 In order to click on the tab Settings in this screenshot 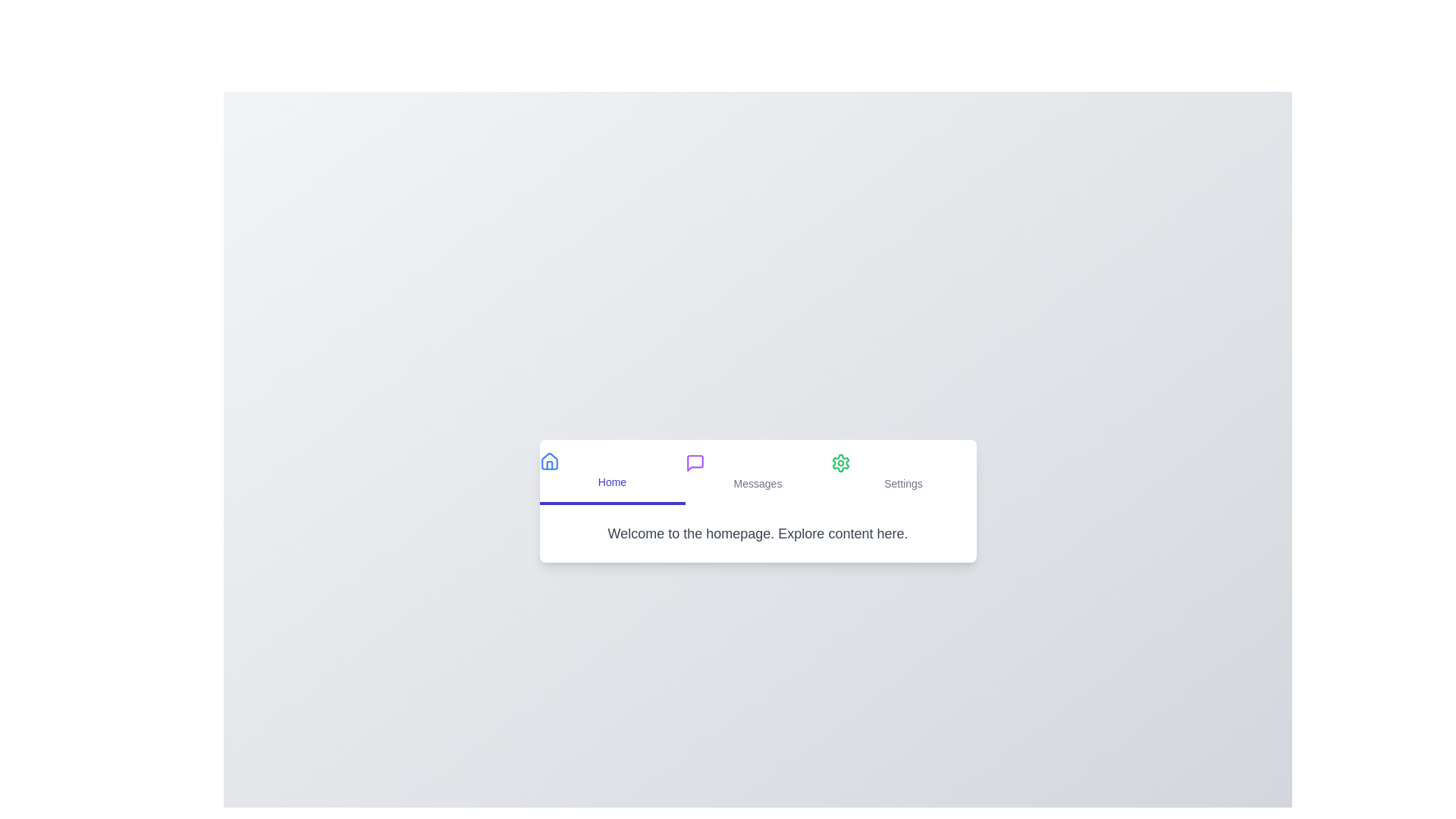, I will do `click(903, 472)`.